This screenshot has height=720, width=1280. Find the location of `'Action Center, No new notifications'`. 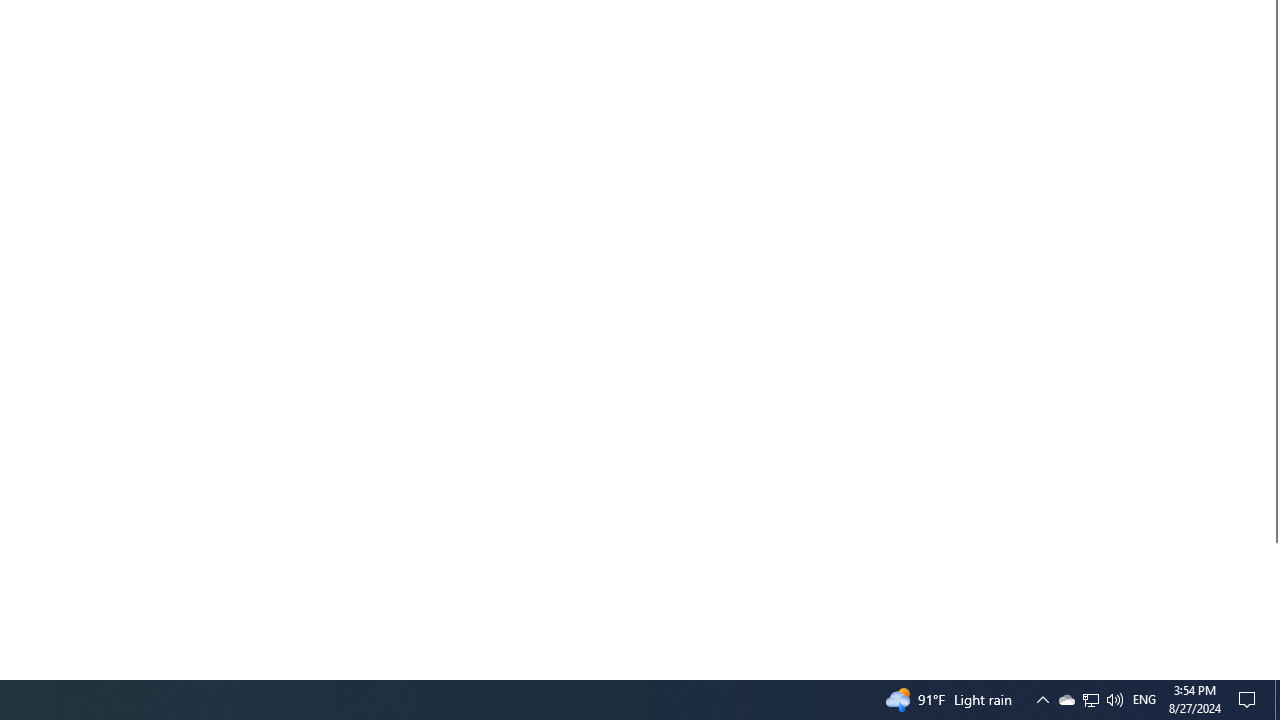

'Action Center, No new notifications' is located at coordinates (1250, 698).